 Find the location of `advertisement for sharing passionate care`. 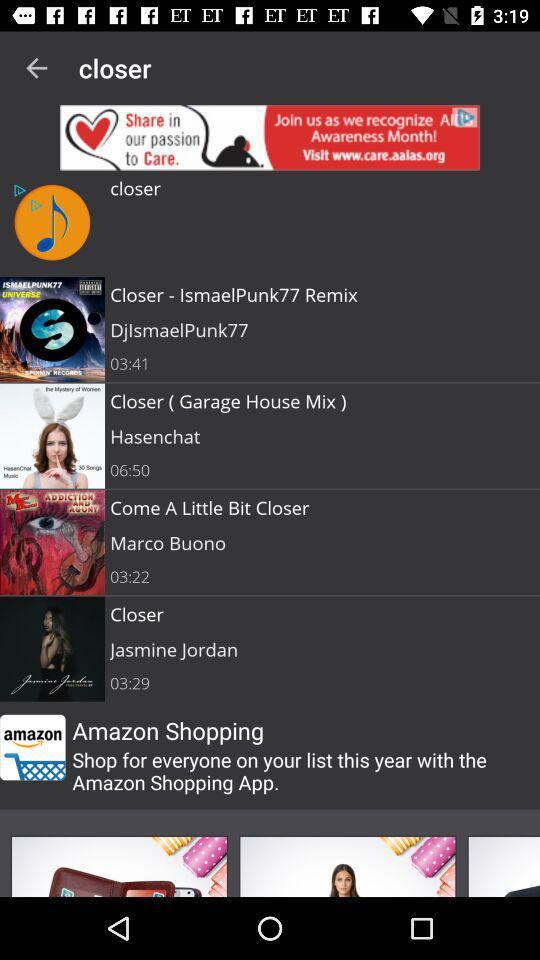

advertisement for sharing passionate care is located at coordinates (270, 136).